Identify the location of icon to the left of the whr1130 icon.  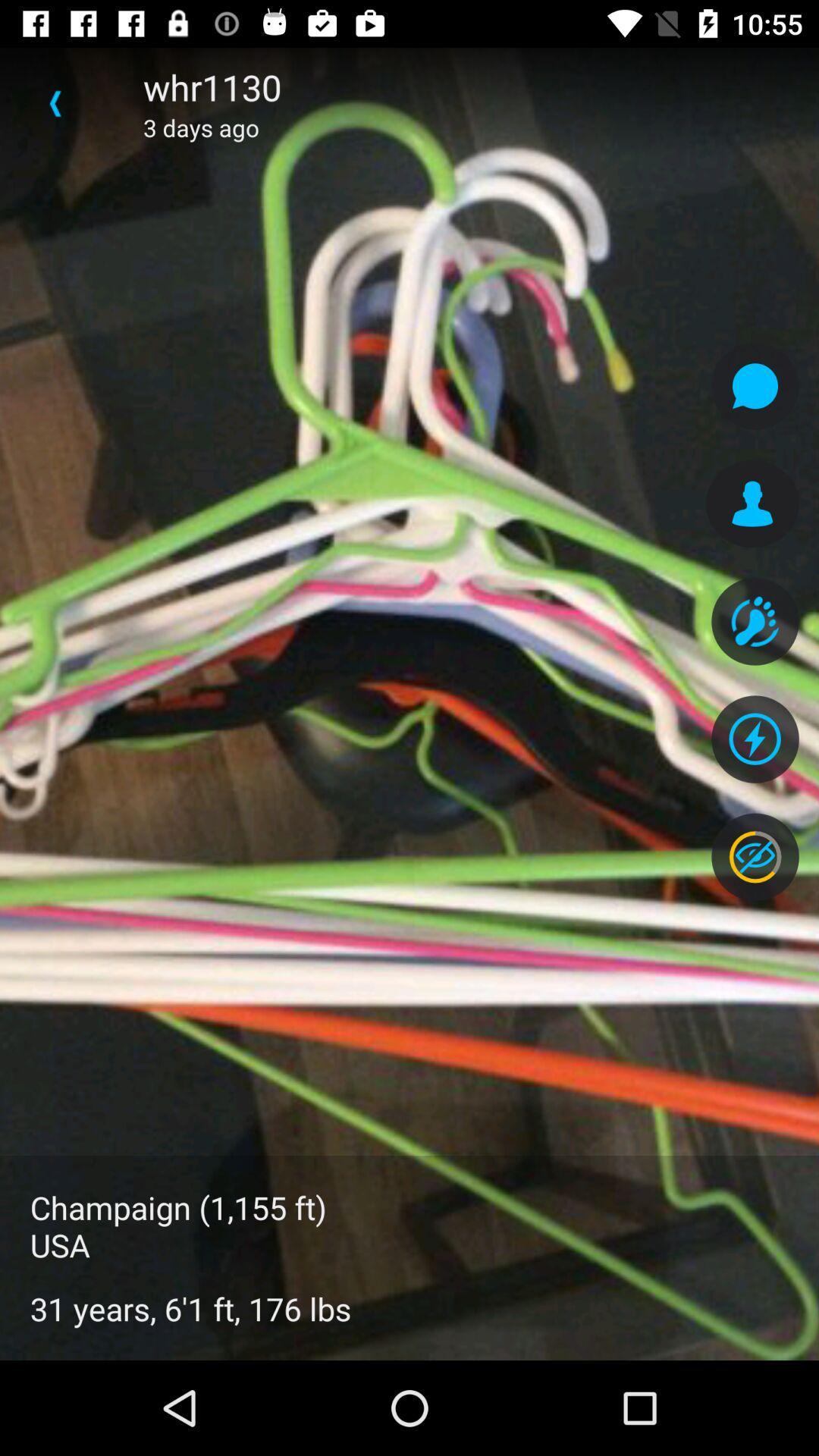
(55, 102).